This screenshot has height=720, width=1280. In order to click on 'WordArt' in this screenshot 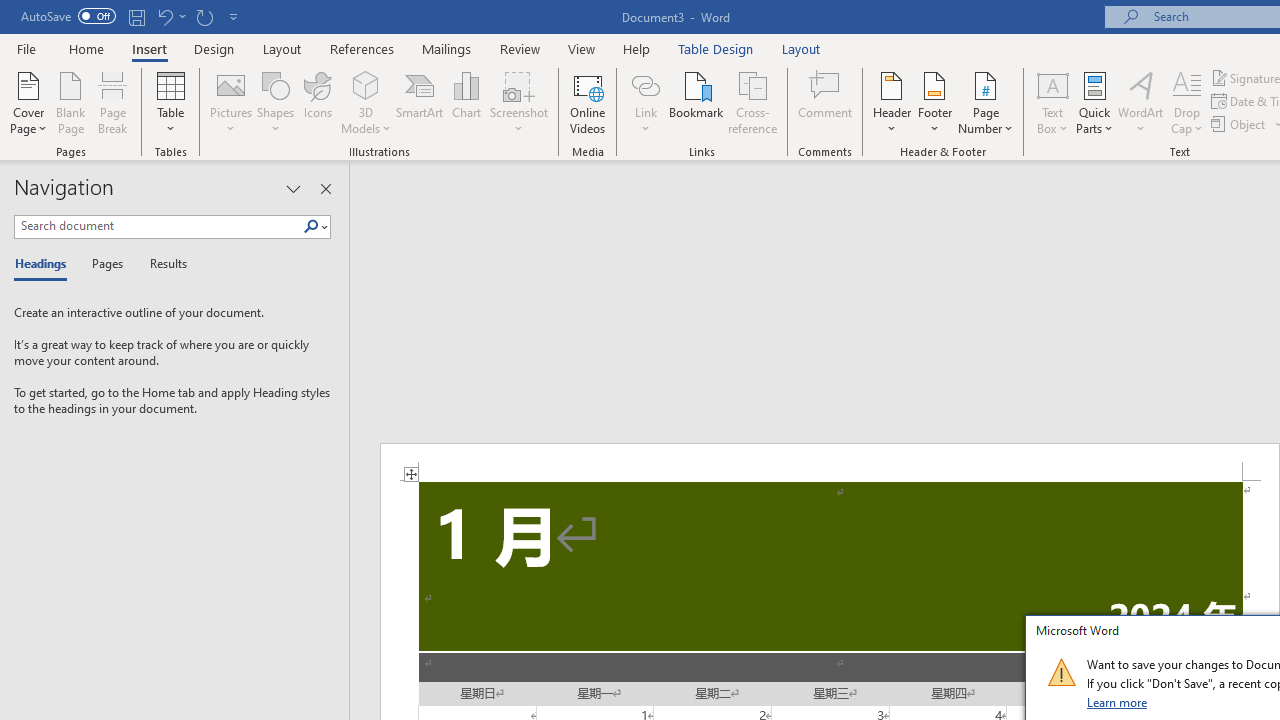, I will do `click(1141, 103)`.